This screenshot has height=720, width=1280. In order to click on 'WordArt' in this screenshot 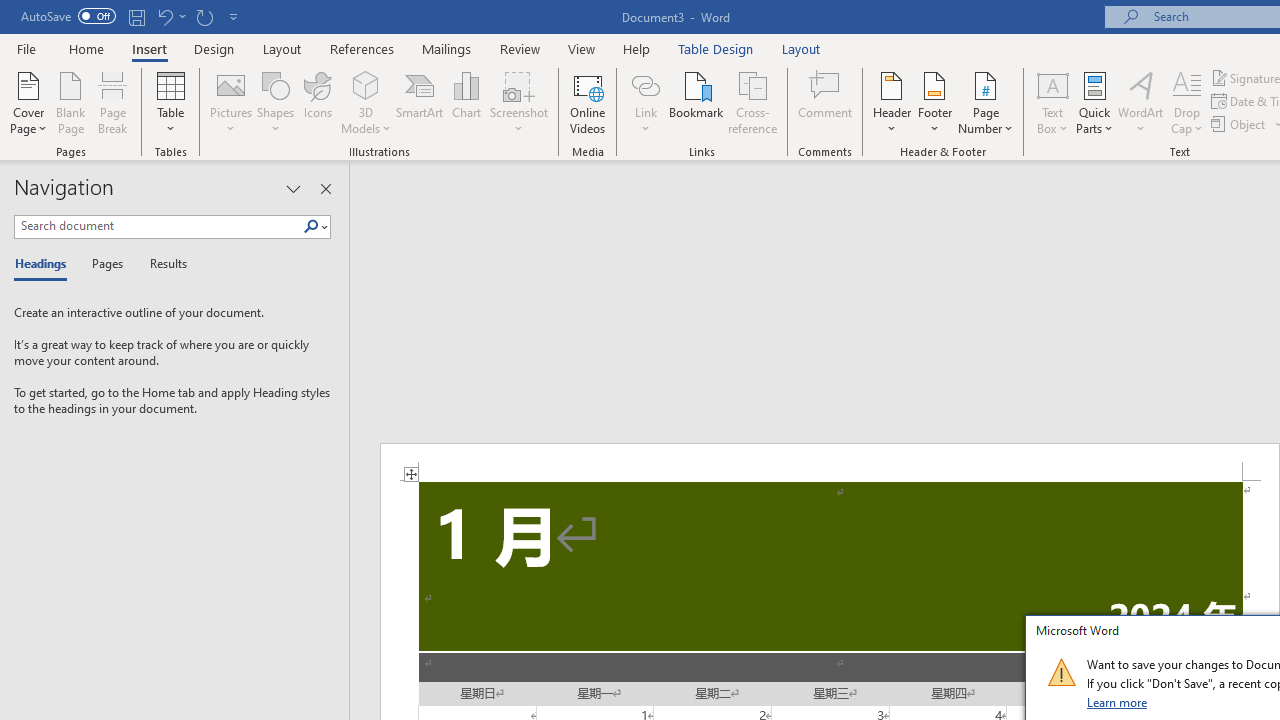, I will do `click(1141, 103)`.